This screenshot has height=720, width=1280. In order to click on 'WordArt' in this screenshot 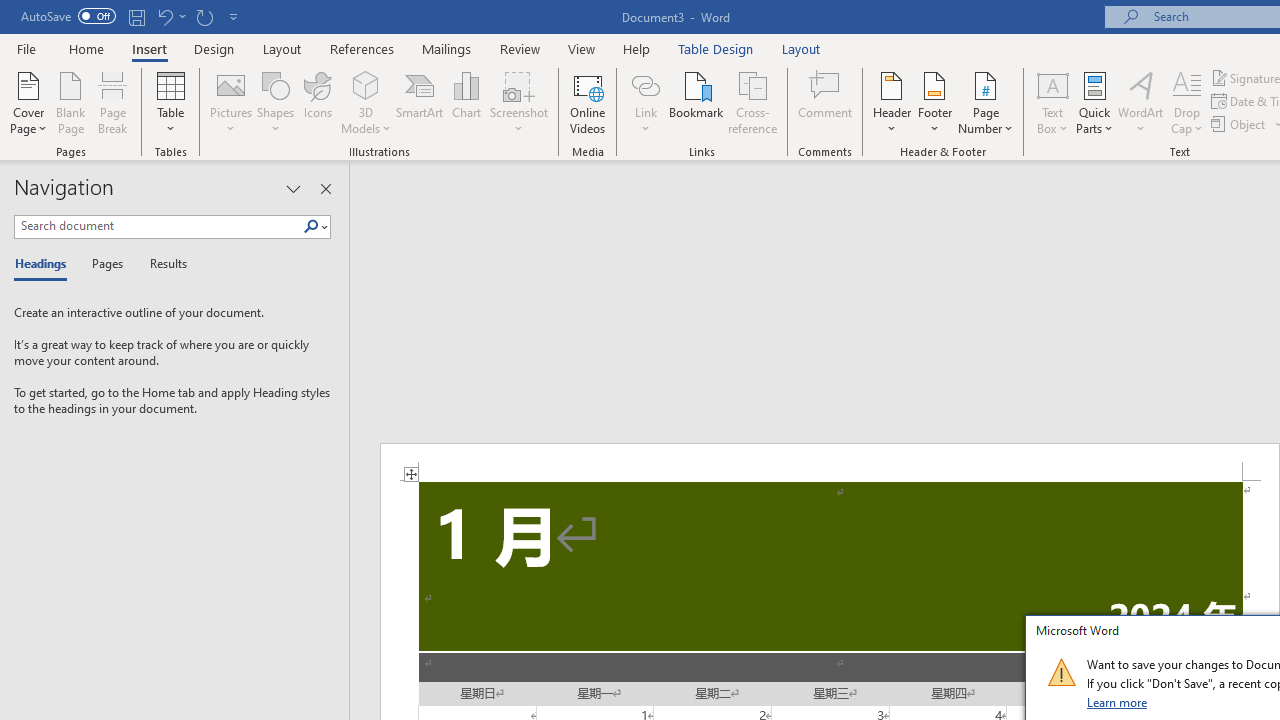, I will do `click(1141, 103)`.